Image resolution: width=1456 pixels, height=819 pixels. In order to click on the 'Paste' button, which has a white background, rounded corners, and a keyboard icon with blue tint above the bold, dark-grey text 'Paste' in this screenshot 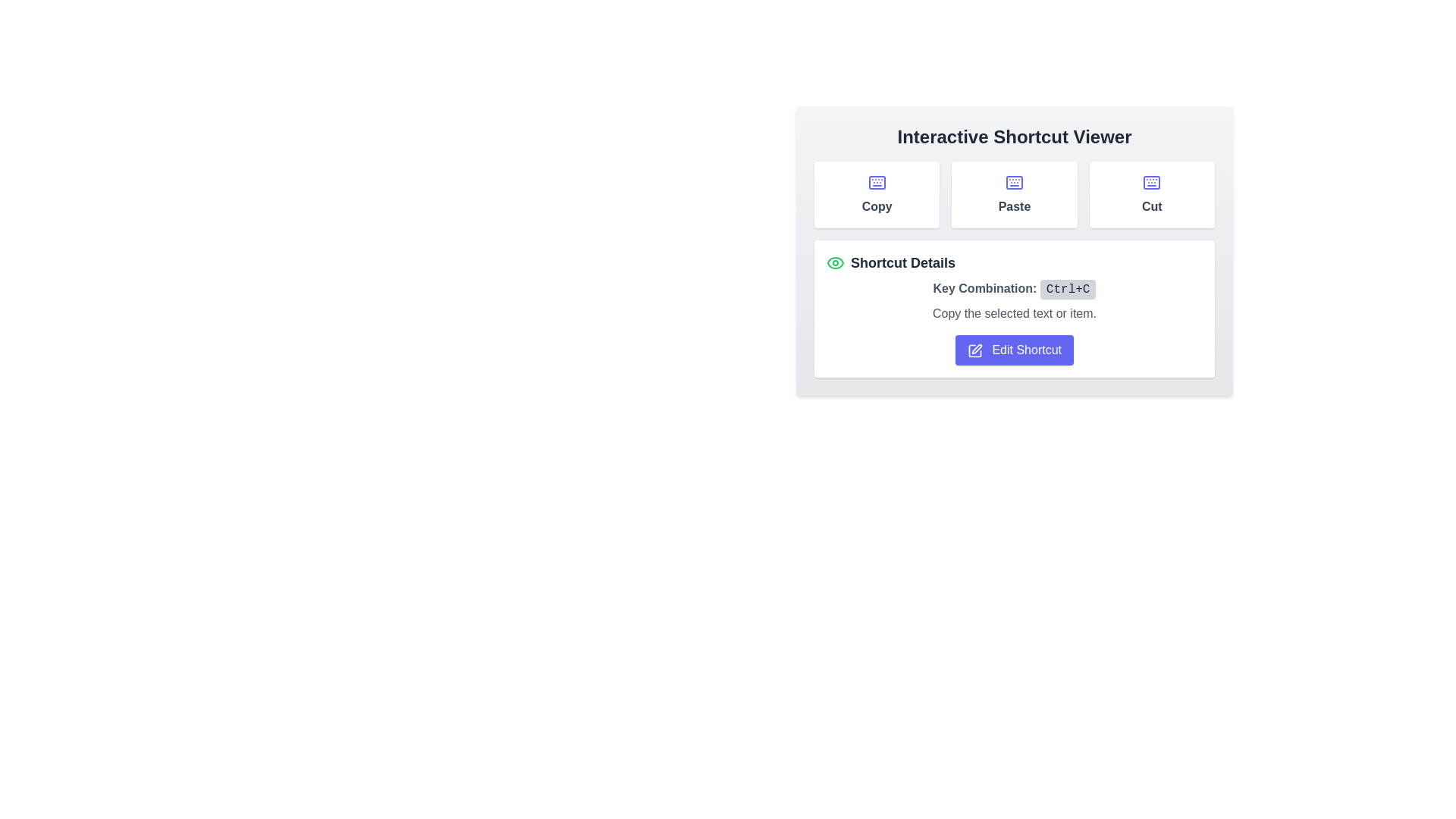, I will do `click(1015, 194)`.